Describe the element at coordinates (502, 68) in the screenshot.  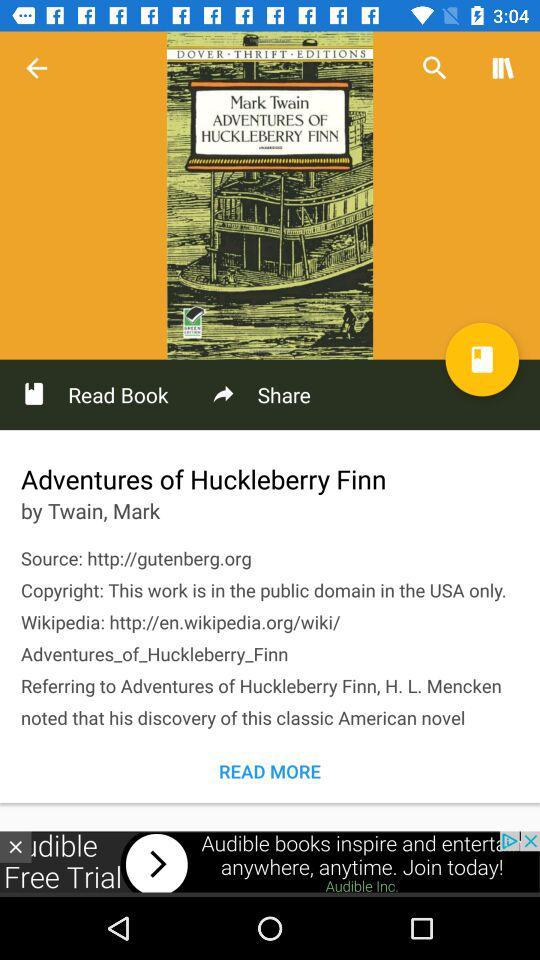
I see `the icon which is next to search icon` at that location.